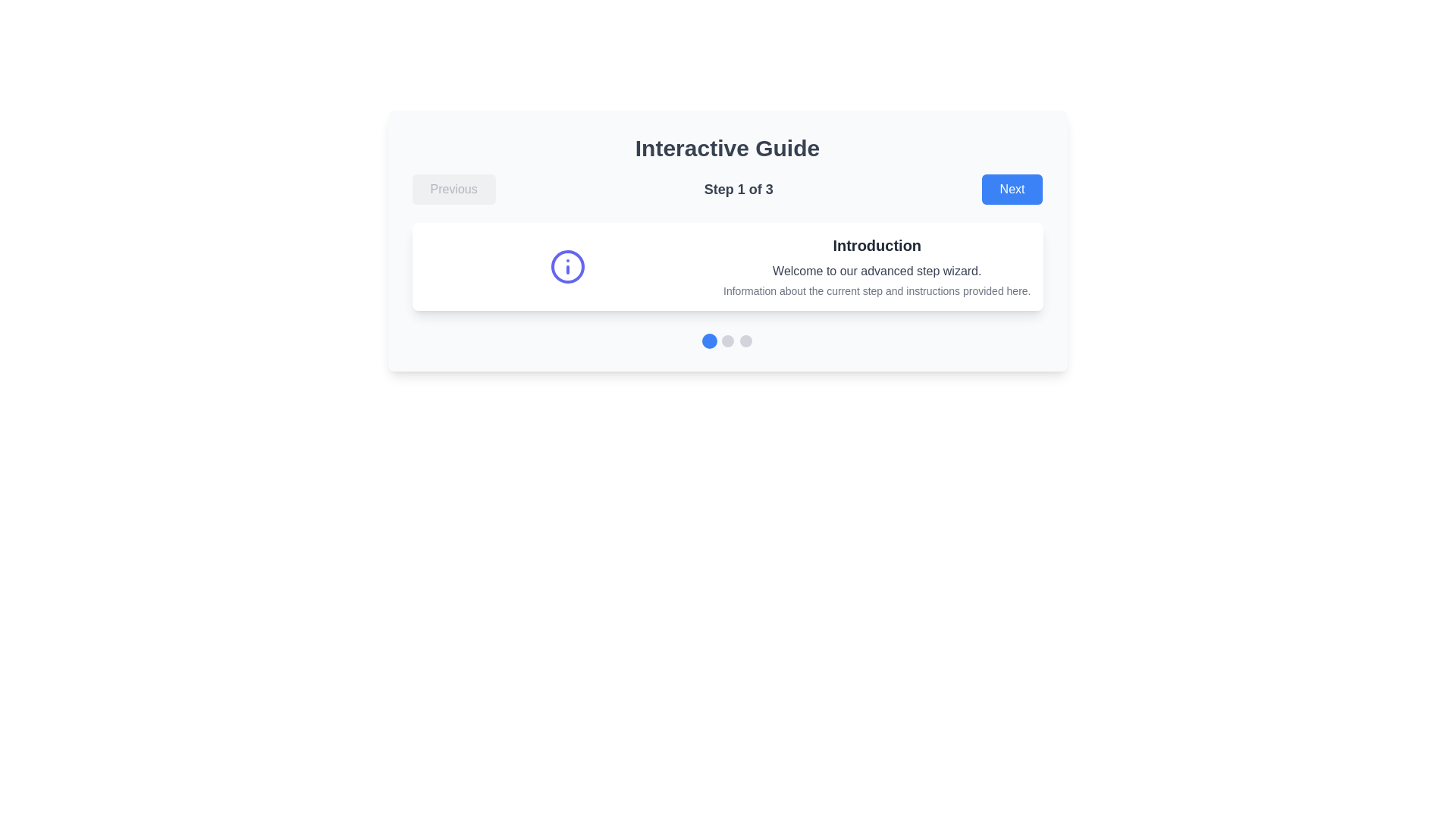 This screenshot has width=1456, height=819. What do you see at coordinates (877, 245) in the screenshot?
I see `the Text label that serves as a heading in the wizard interface, located in the main content area above other textual information` at bounding box center [877, 245].